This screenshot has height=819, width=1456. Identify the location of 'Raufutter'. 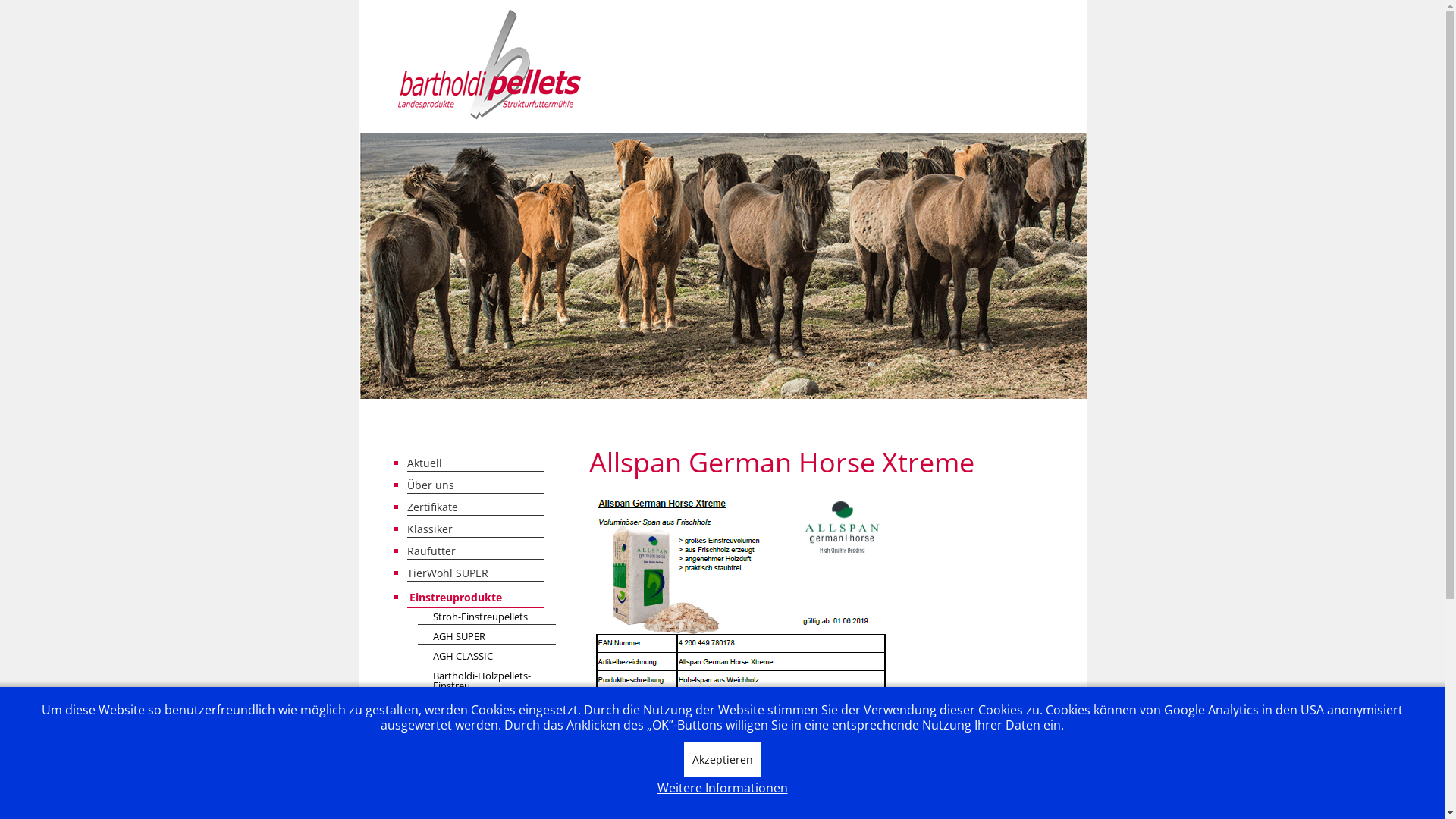
(406, 551).